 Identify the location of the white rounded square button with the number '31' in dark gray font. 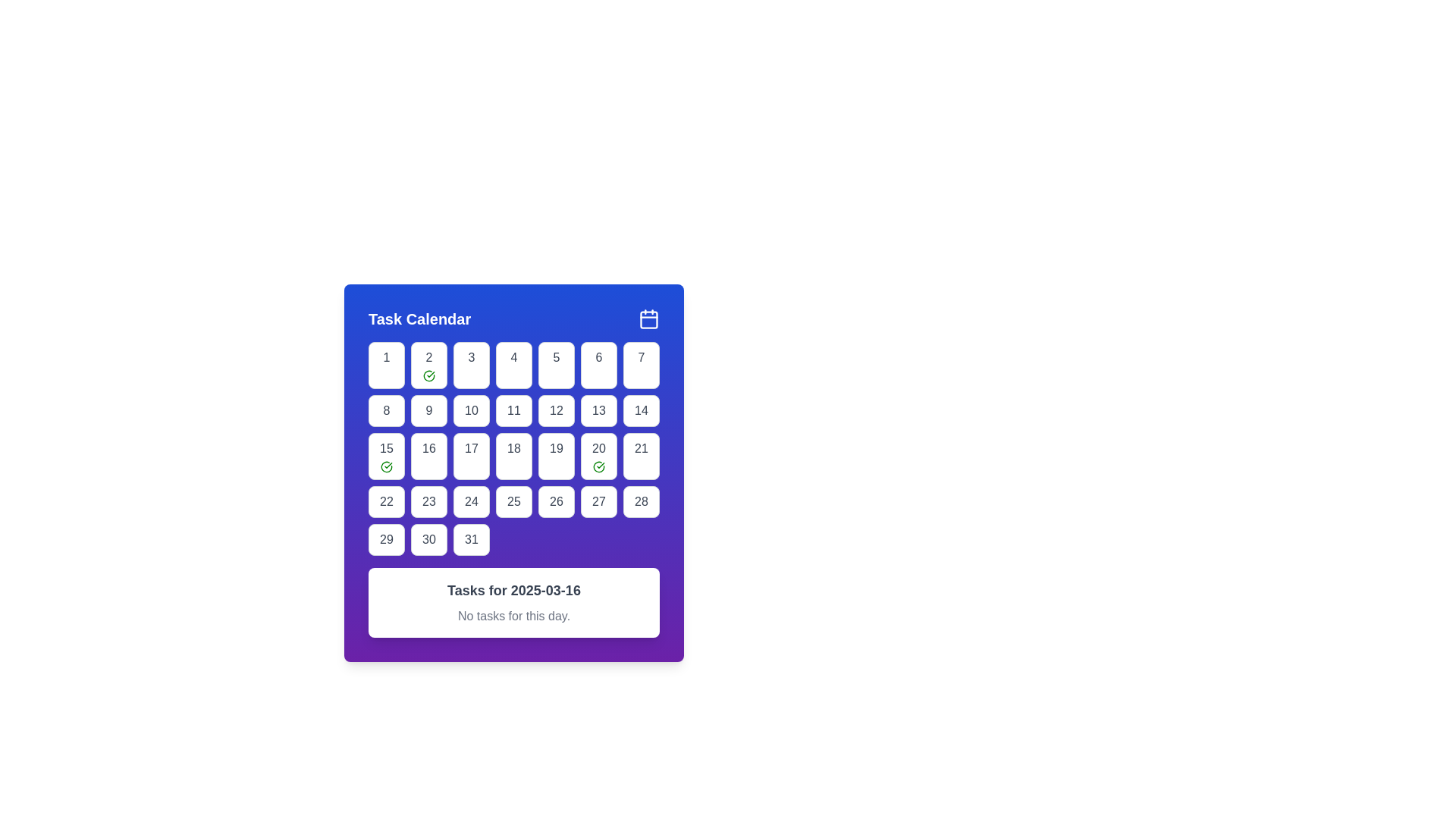
(471, 539).